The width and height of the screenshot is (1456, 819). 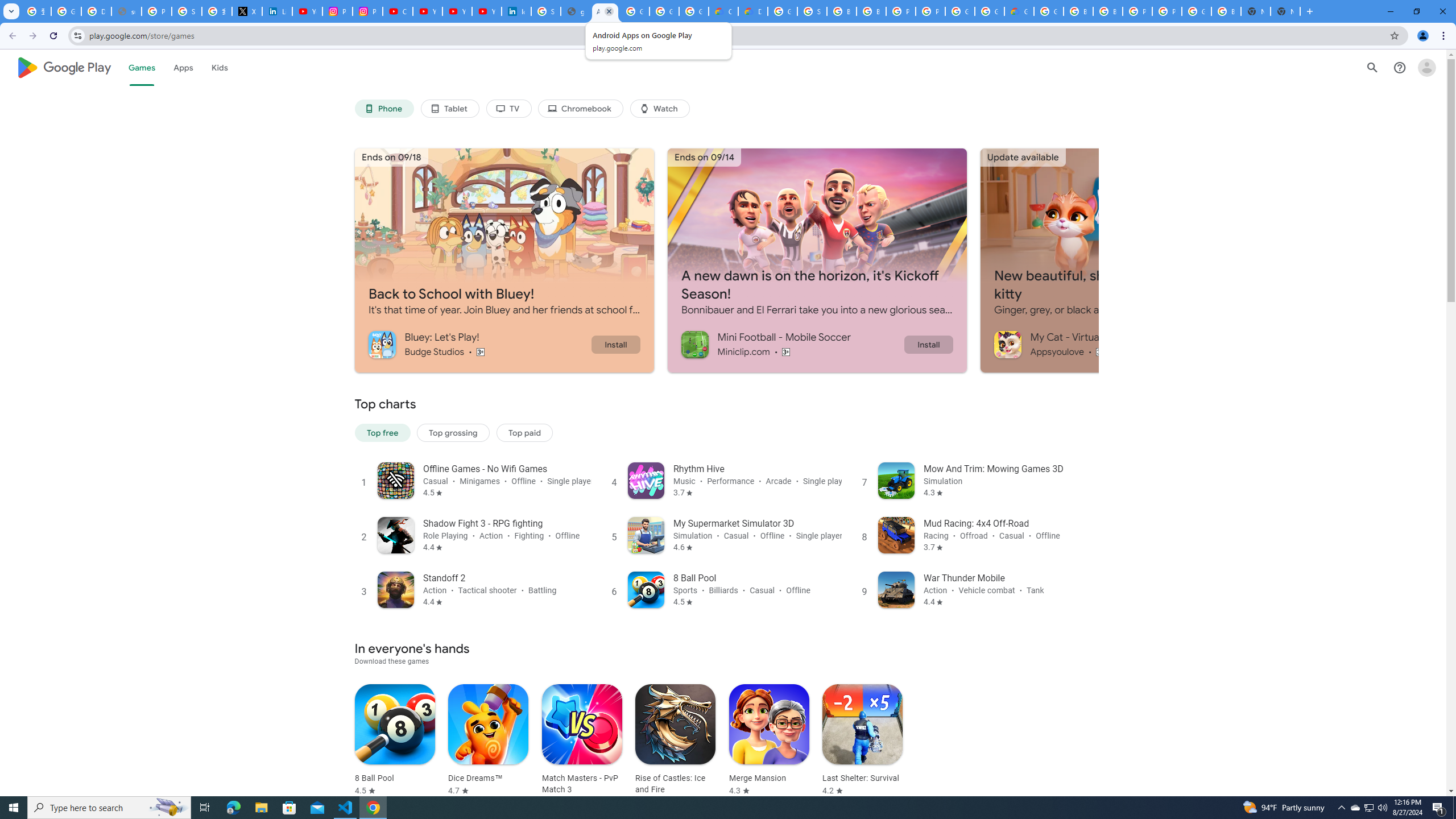 I want to click on 'google_privacy_policy_en.pdf', so click(x=575, y=11).